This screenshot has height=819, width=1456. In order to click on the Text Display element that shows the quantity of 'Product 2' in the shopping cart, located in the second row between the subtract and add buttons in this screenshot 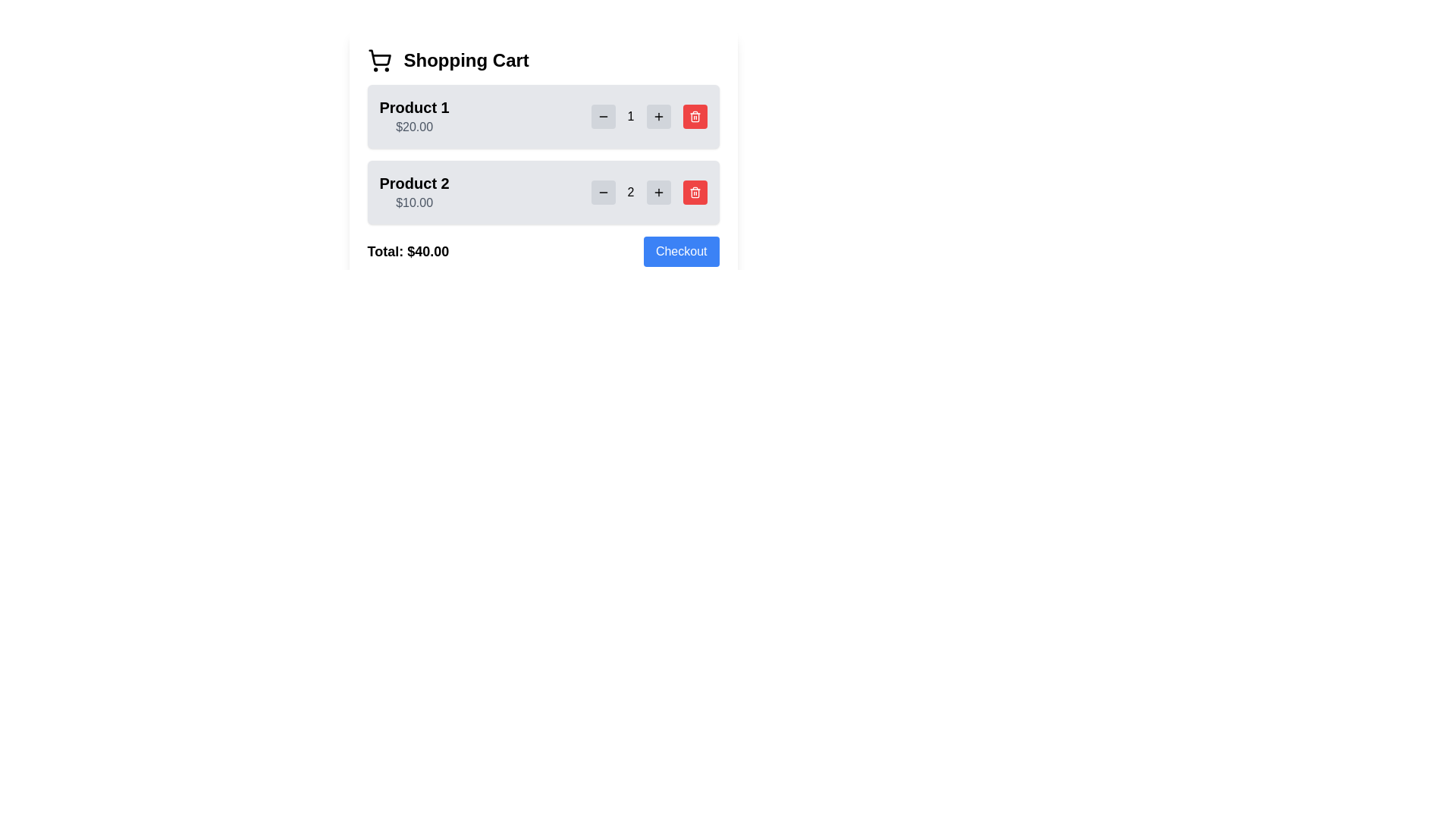, I will do `click(631, 192)`.